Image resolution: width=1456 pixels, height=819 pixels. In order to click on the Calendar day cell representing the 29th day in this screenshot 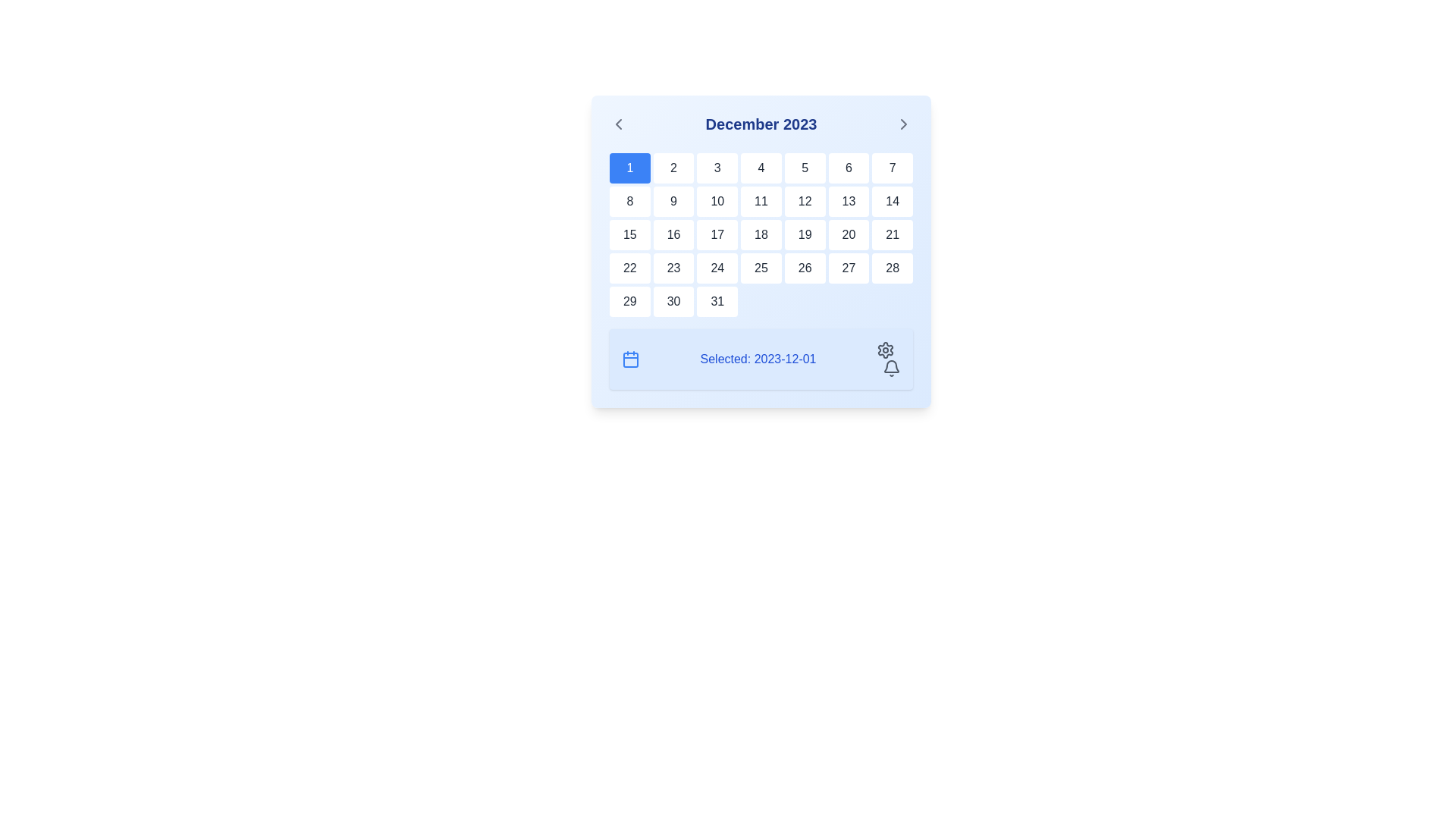, I will do `click(629, 301)`.